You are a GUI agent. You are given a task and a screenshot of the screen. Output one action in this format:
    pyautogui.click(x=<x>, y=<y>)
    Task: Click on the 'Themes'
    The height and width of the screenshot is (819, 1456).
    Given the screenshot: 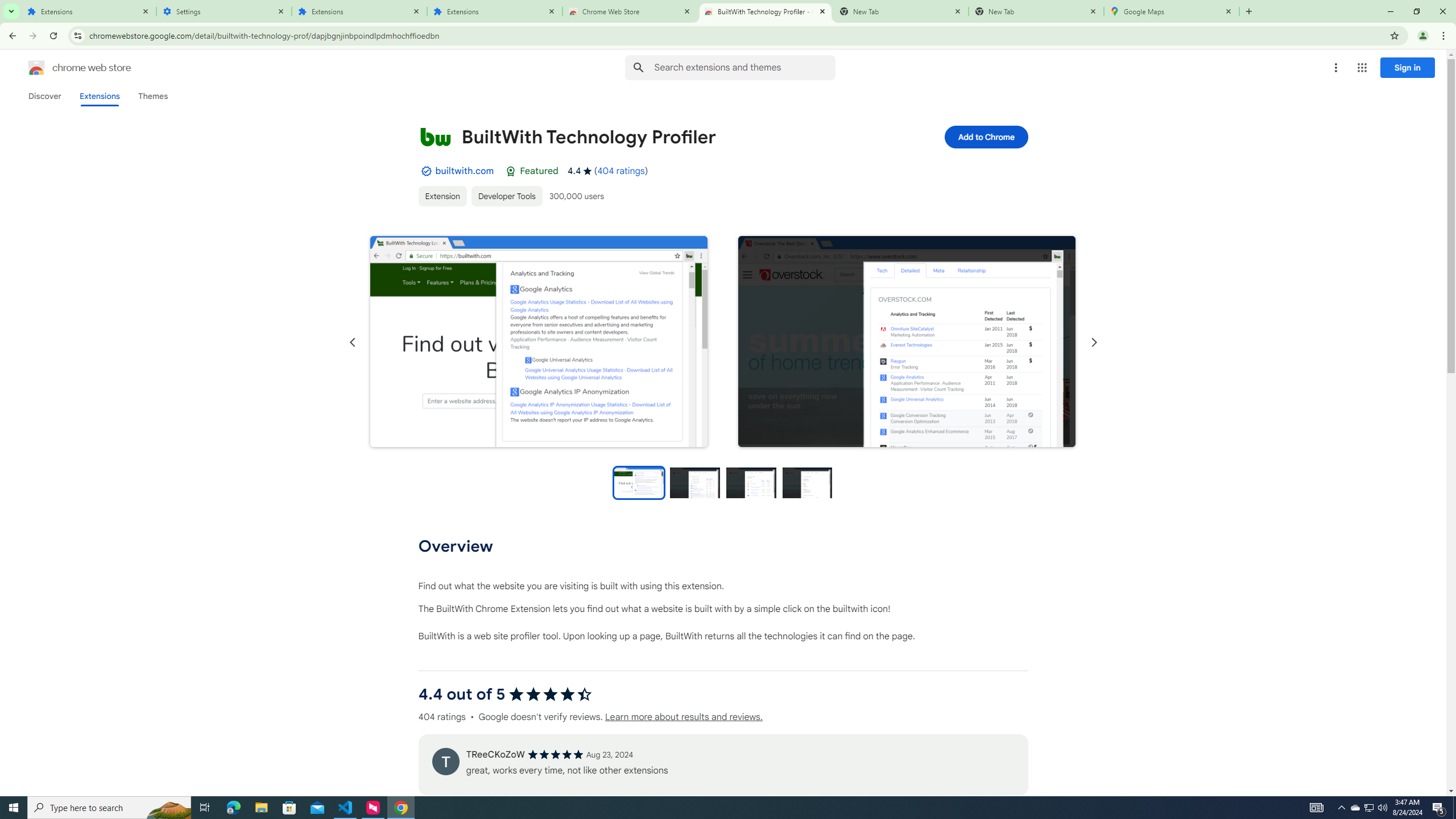 What is the action you would take?
    pyautogui.click(x=152, y=96)
    